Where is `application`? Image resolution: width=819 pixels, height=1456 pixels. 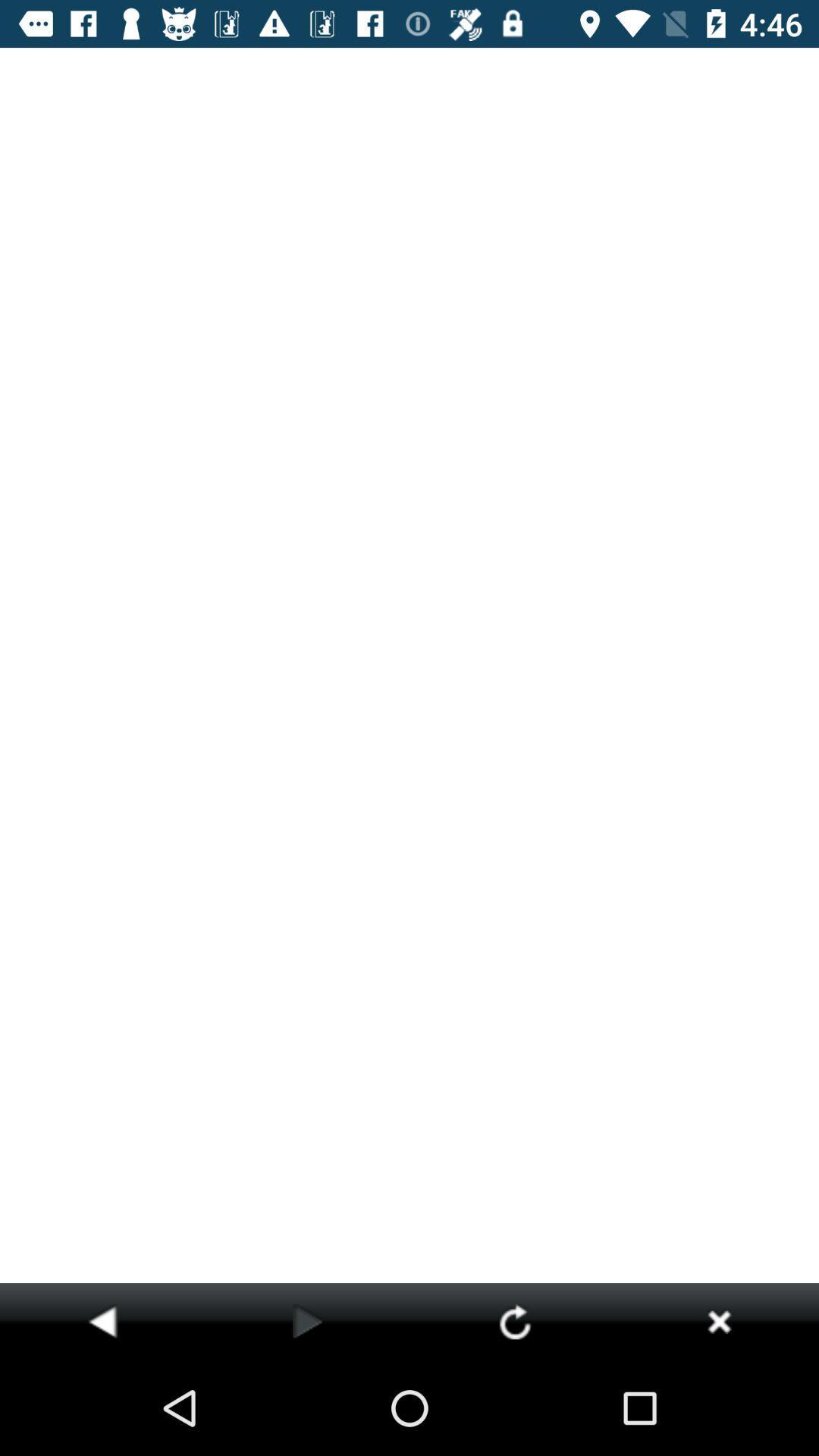
application is located at coordinates (718, 1320).